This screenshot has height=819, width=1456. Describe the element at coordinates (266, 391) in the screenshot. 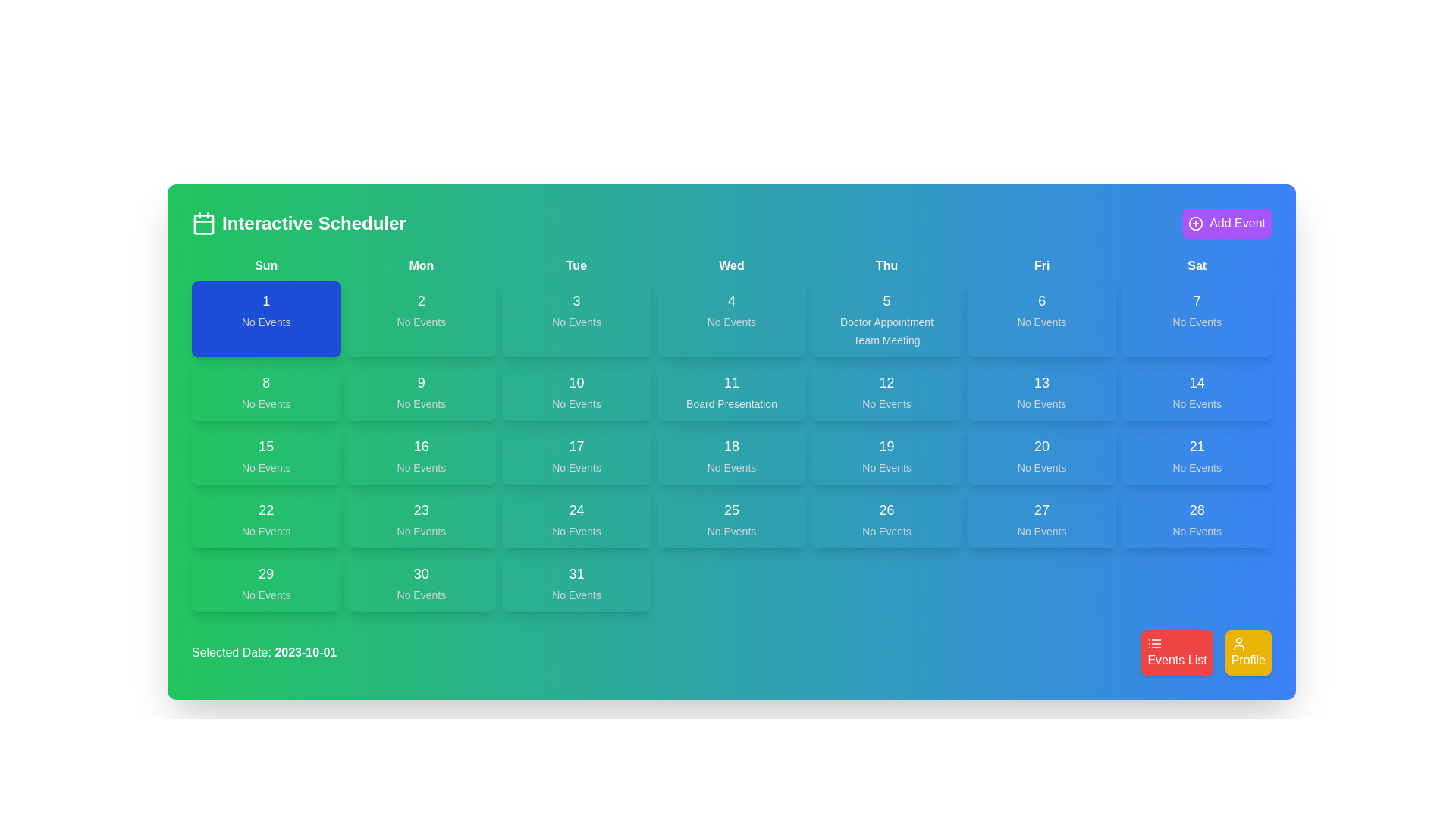

I see `the calendar date card displaying the number '8' with the phrase 'No Events' below it, located in the second row and first column of the calendar under the 'Sun' heading` at that location.